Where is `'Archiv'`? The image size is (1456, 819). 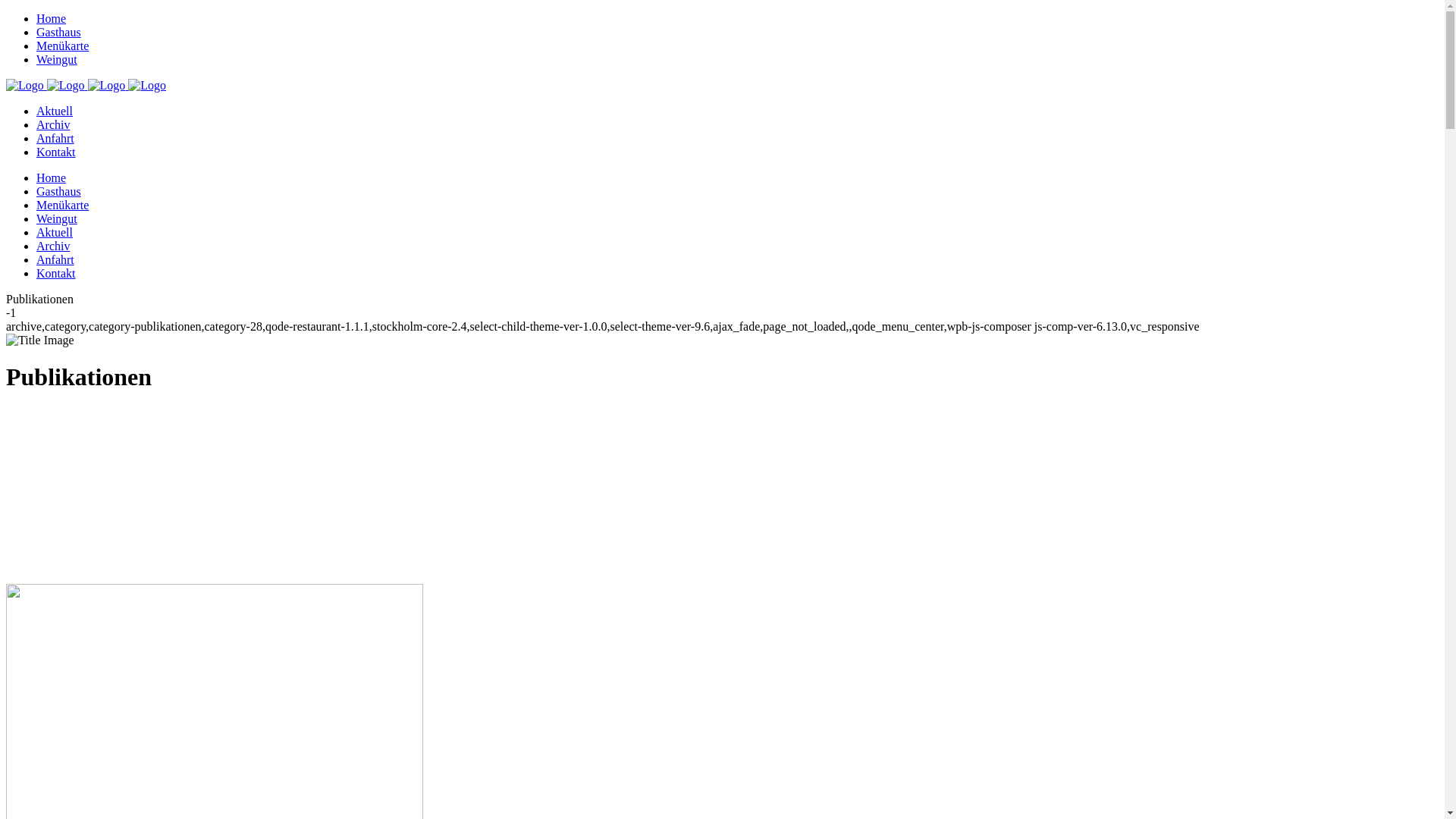 'Archiv' is located at coordinates (36, 245).